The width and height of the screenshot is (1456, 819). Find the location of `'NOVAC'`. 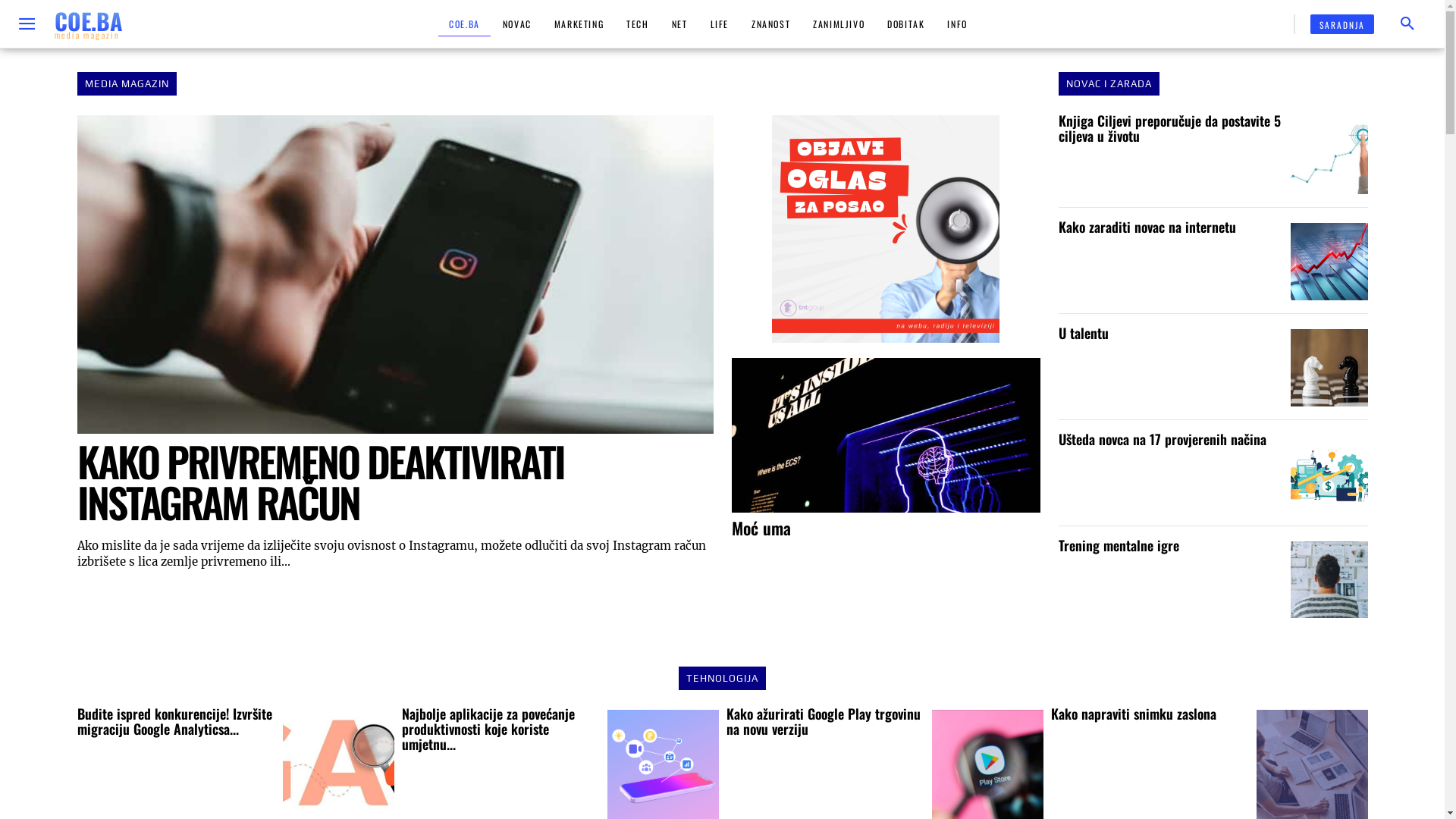

'NOVAC' is located at coordinates (516, 24).